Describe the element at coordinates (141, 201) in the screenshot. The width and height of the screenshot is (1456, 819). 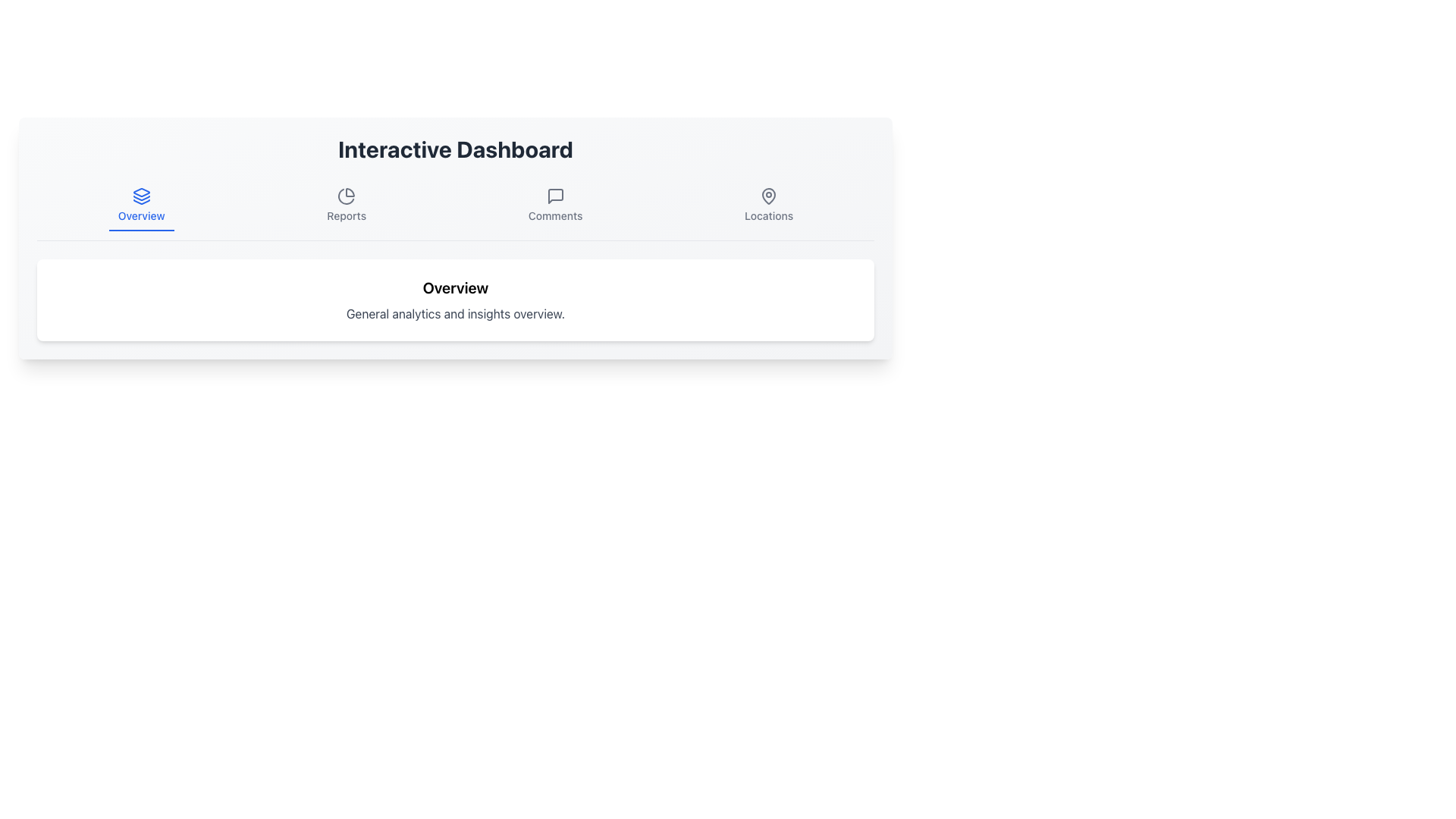
I see `the bottommost layer of the stacked blue graphical icon located to the left side of the header bar, which is part of the SVG icon aligned with the 'Overview' navigation label` at that location.